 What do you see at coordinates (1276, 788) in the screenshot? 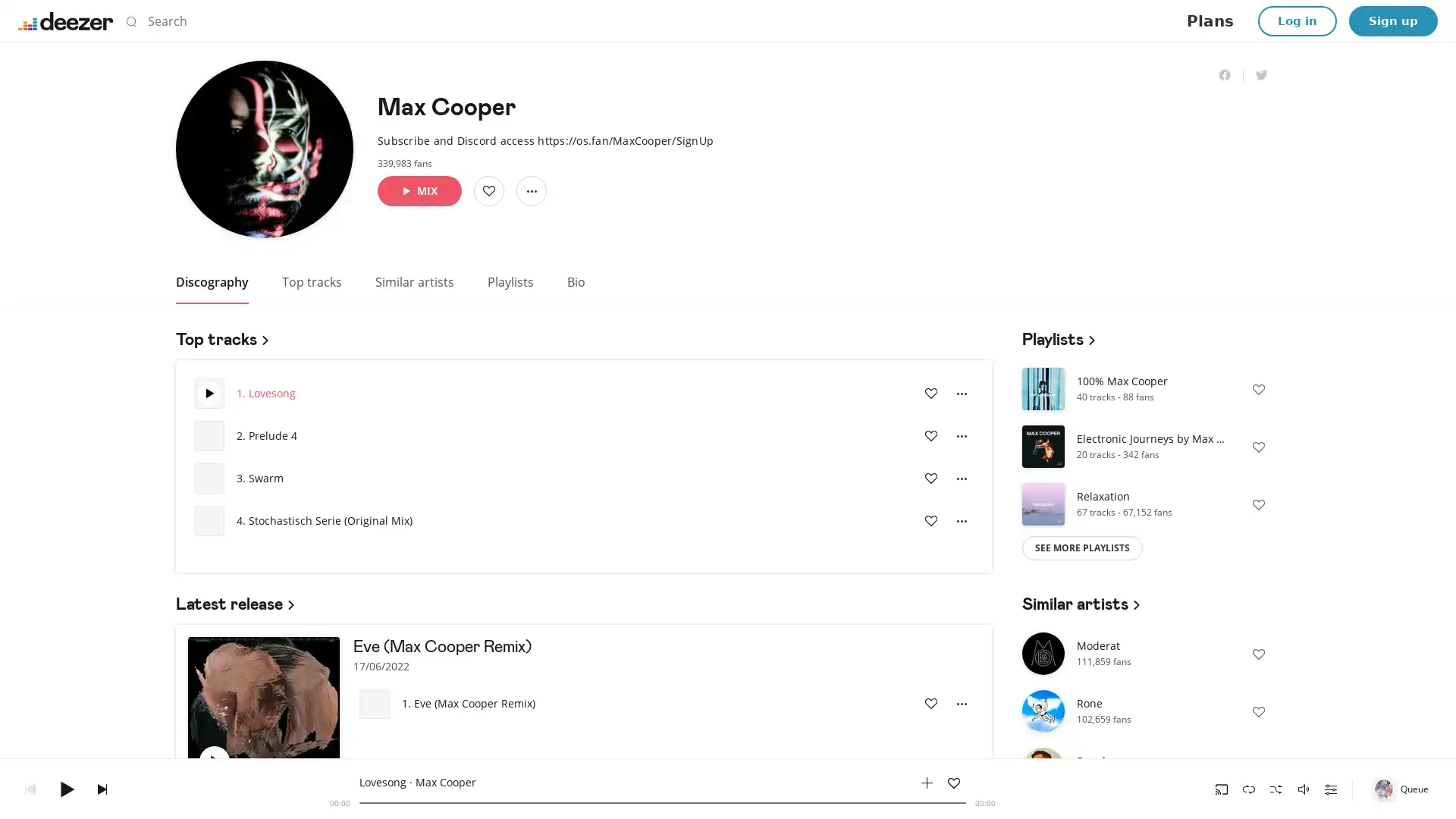
I see `Turn on Shuffle` at bounding box center [1276, 788].